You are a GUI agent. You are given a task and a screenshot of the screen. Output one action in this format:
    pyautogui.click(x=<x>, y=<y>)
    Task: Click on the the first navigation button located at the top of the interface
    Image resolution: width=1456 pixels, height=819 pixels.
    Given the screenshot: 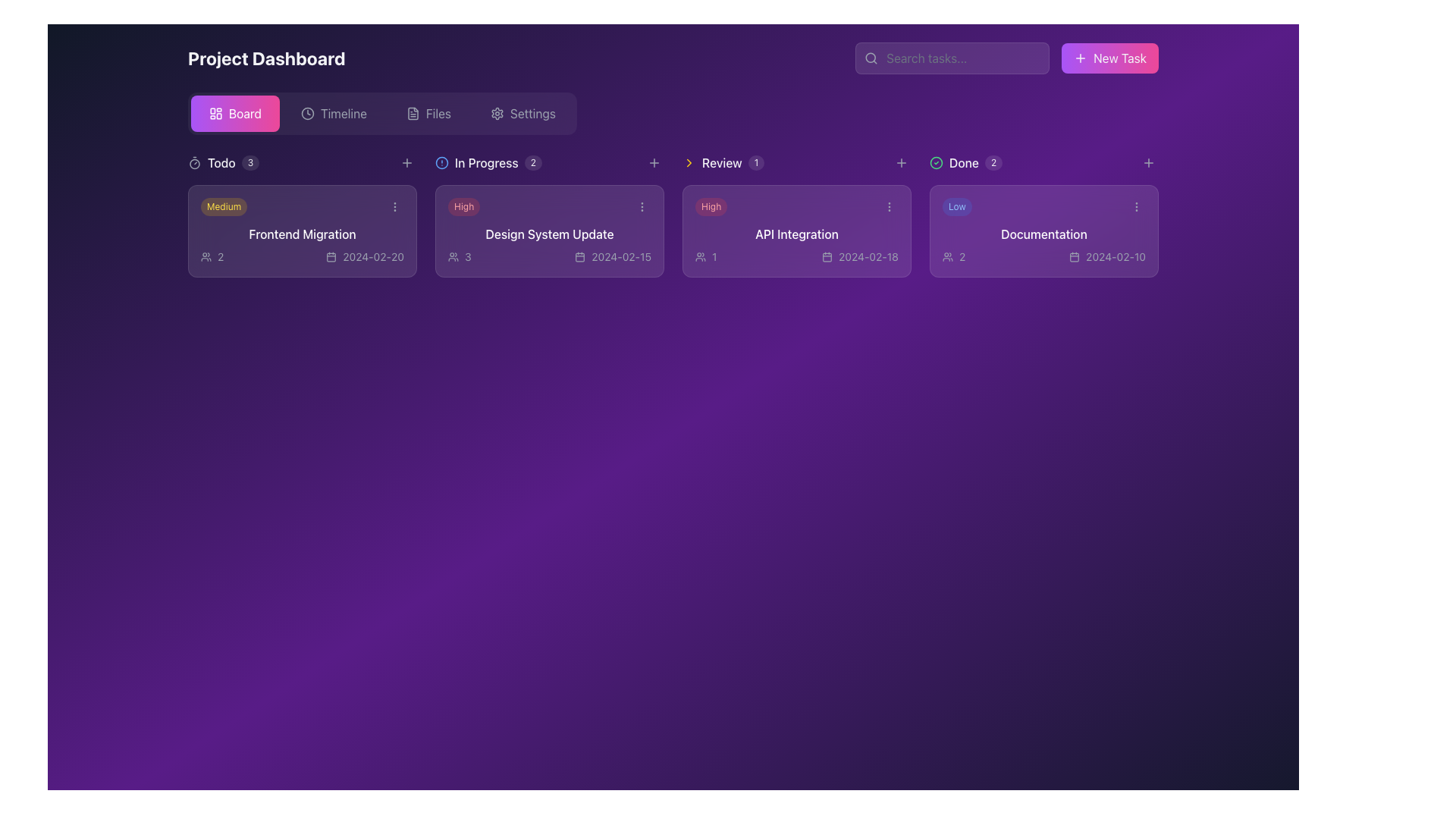 What is the action you would take?
    pyautogui.click(x=234, y=113)
    